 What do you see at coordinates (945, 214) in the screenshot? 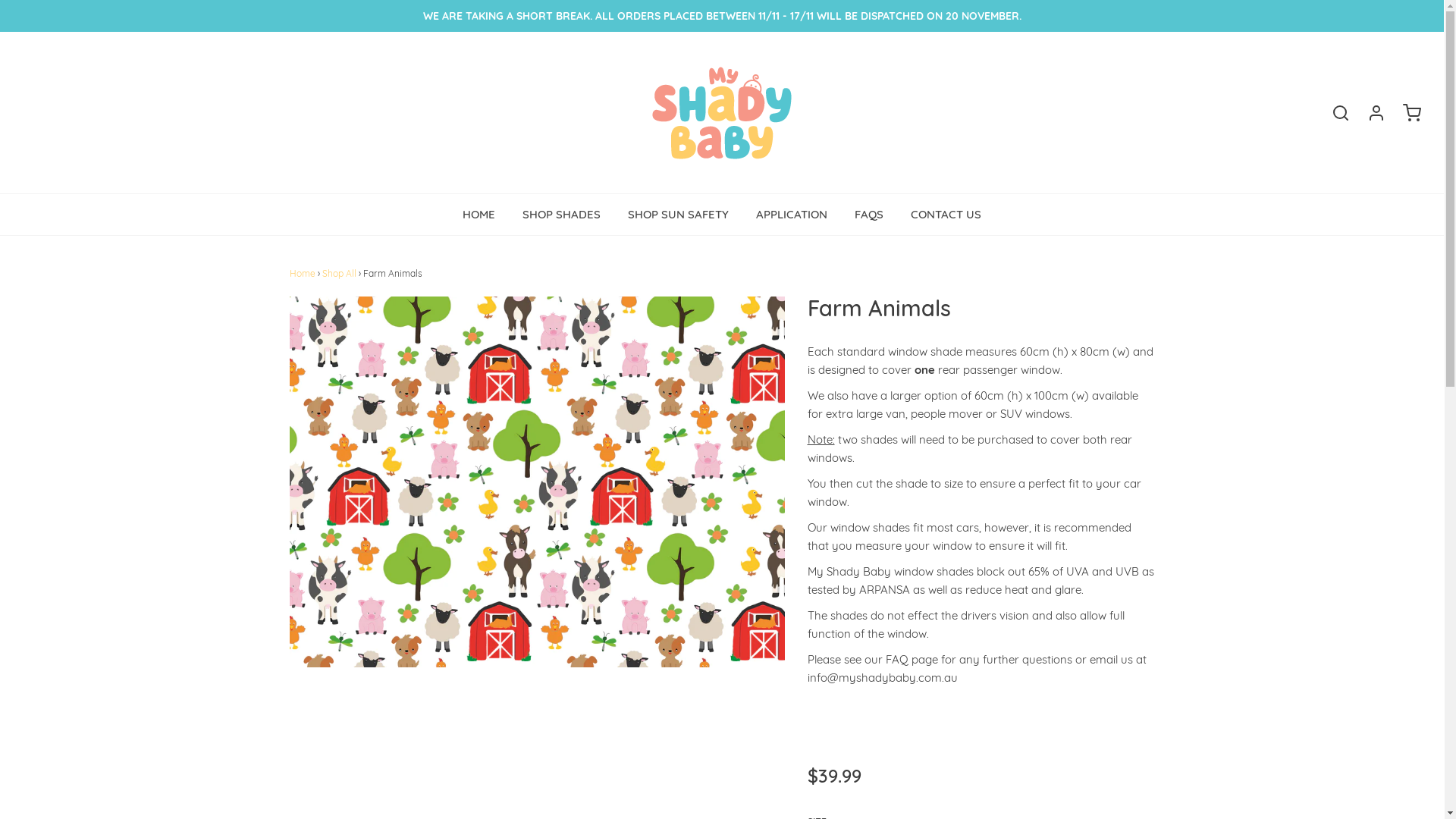
I see `'CONTACT US'` at bounding box center [945, 214].